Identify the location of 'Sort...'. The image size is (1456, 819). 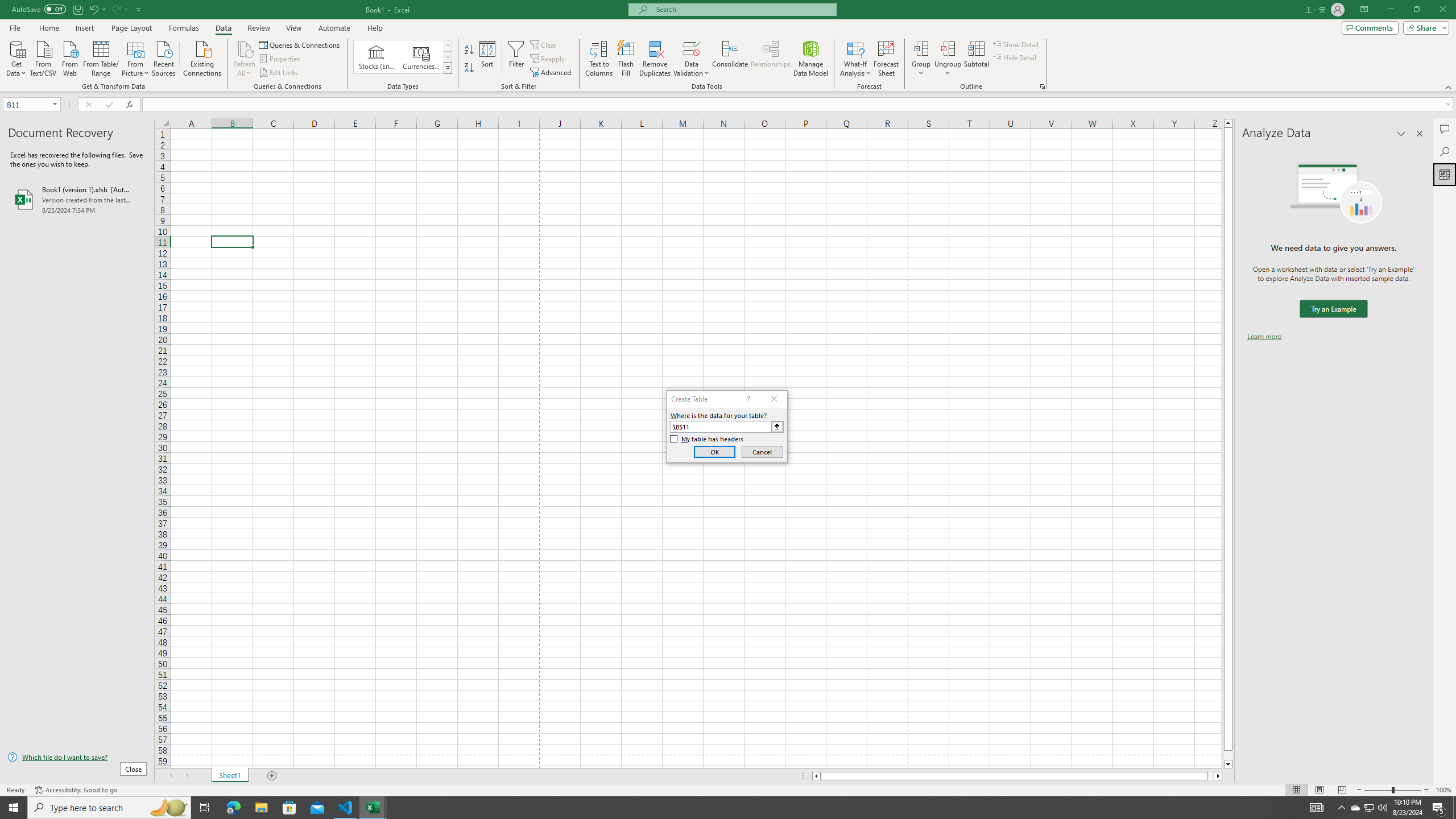
(487, 59).